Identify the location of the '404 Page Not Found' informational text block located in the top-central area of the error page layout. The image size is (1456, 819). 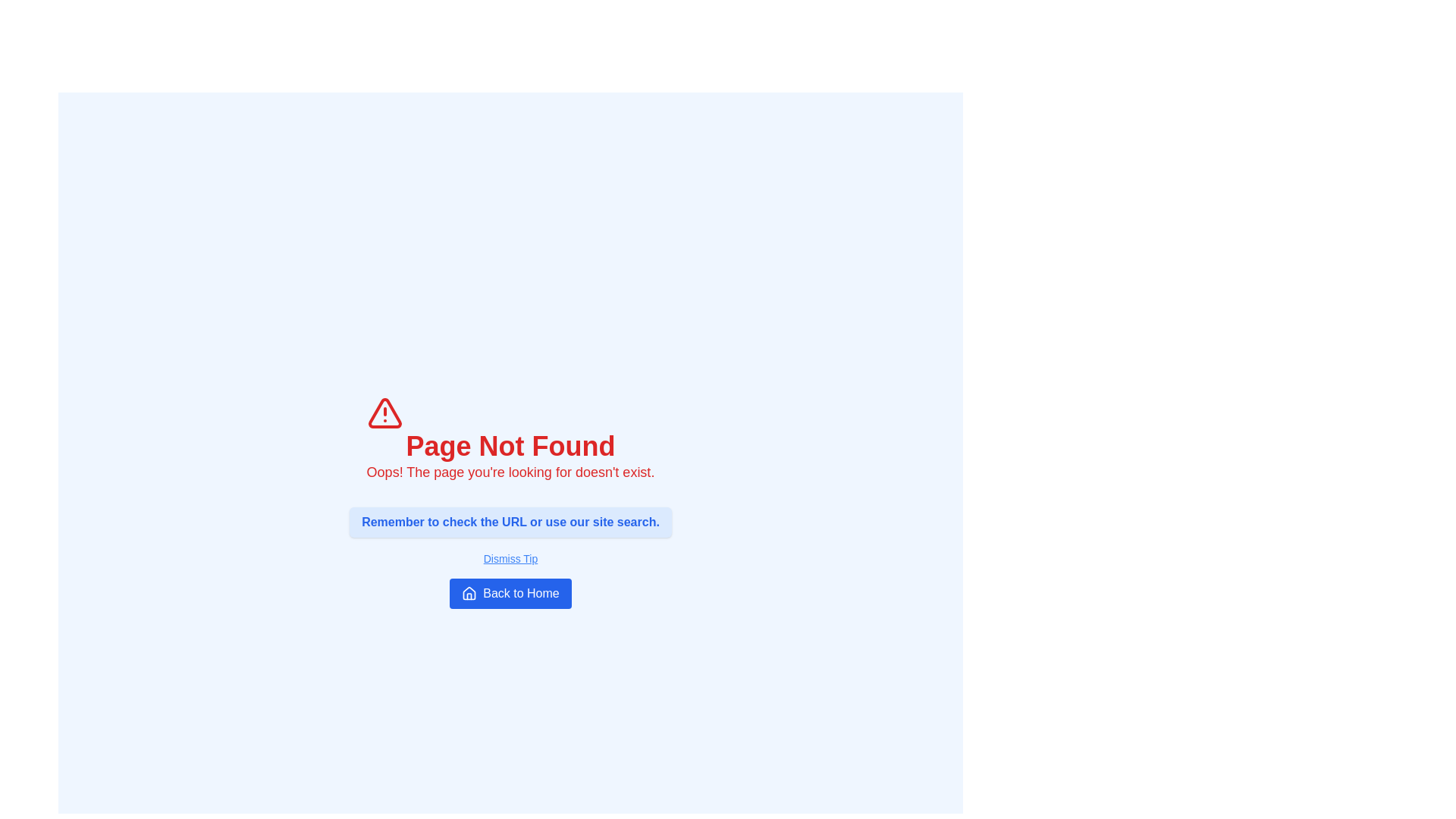
(510, 438).